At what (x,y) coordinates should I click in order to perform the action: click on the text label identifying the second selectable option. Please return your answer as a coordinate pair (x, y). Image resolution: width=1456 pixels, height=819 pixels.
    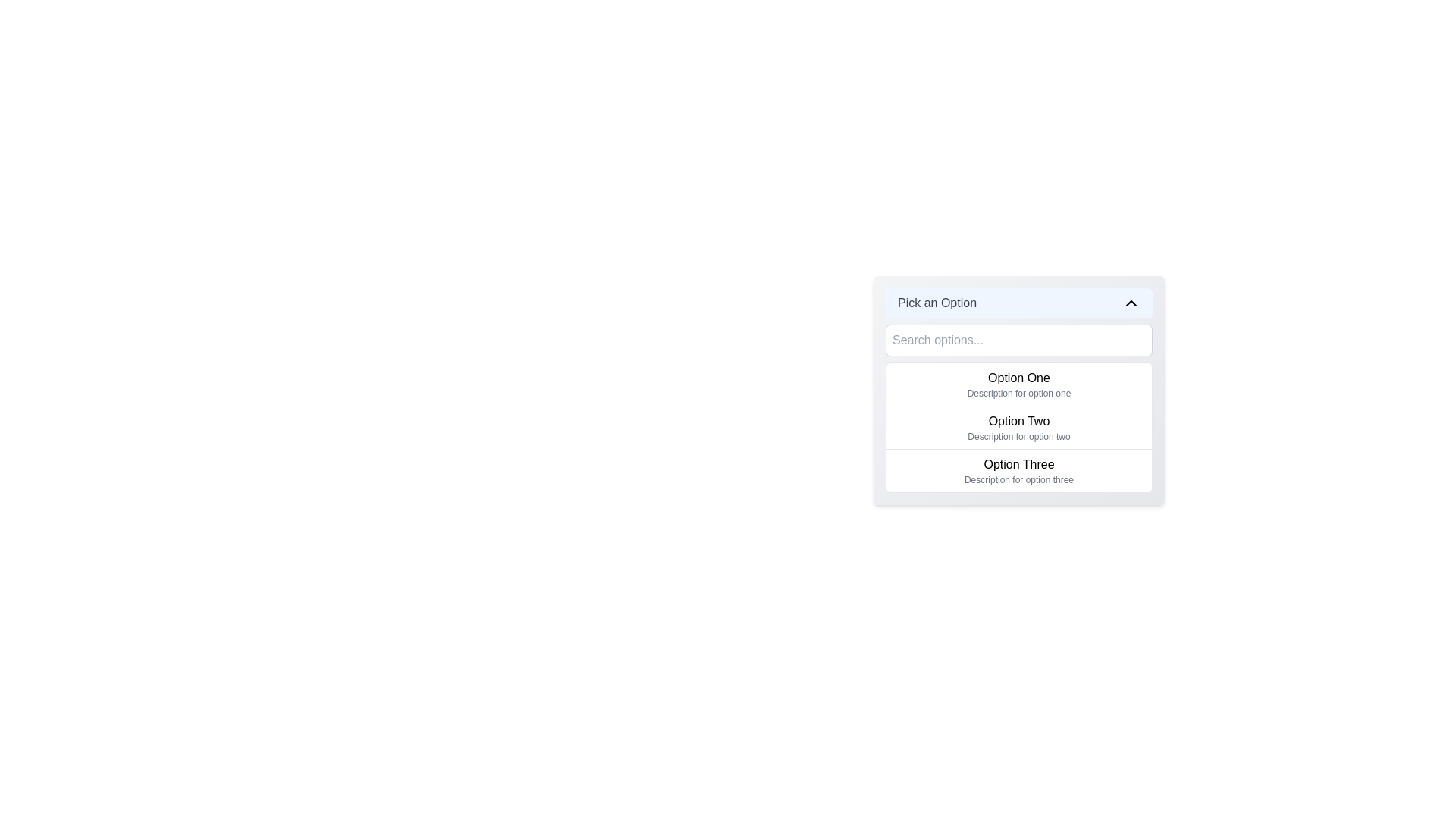
    Looking at the image, I should click on (1019, 421).